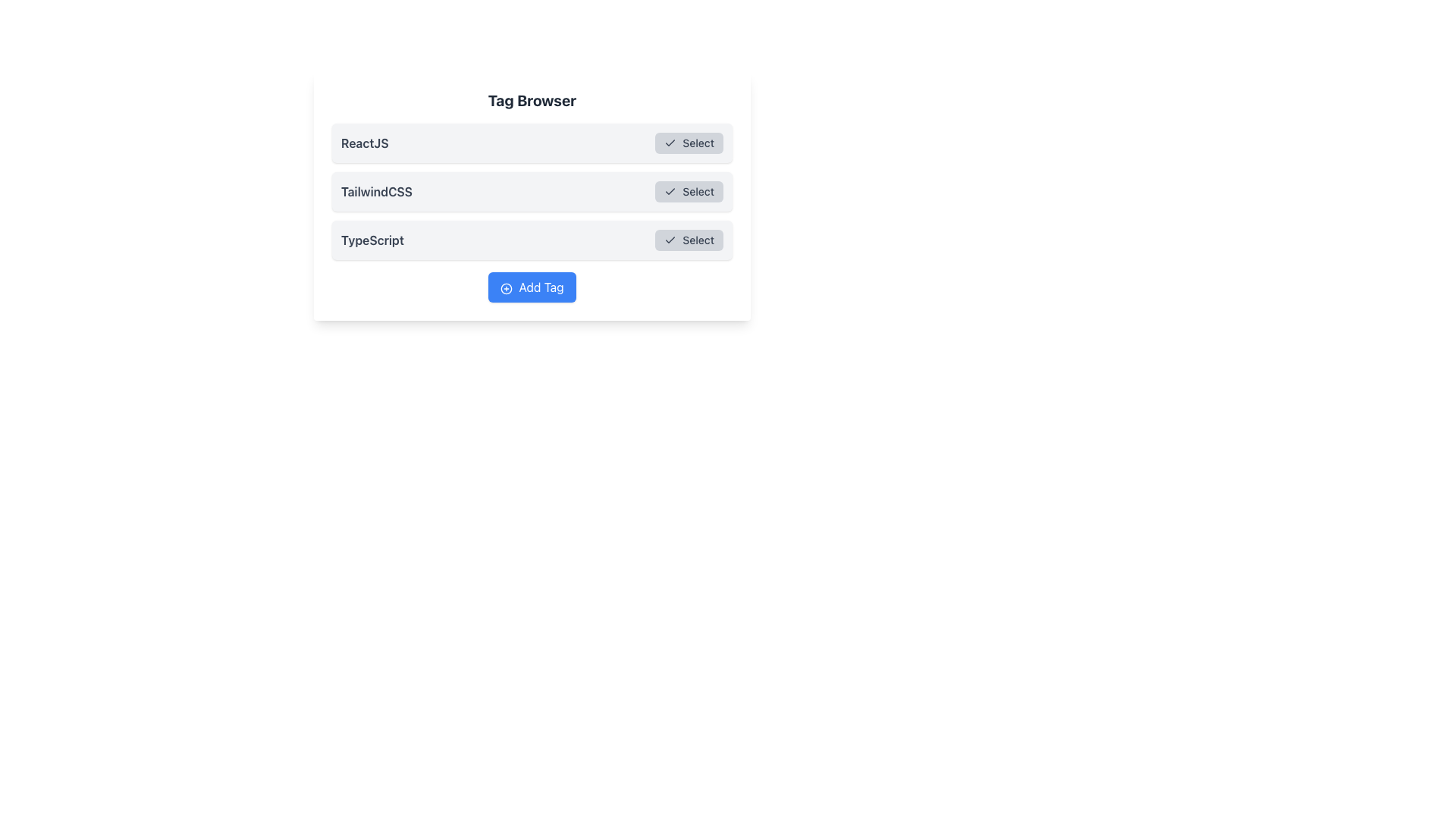 The image size is (1456, 819). What do you see at coordinates (670, 143) in the screenshot?
I see `the icon that indicates the associated item has been selected, positioned at the beginning of the 'Select' button` at bounding box center [670, 143].